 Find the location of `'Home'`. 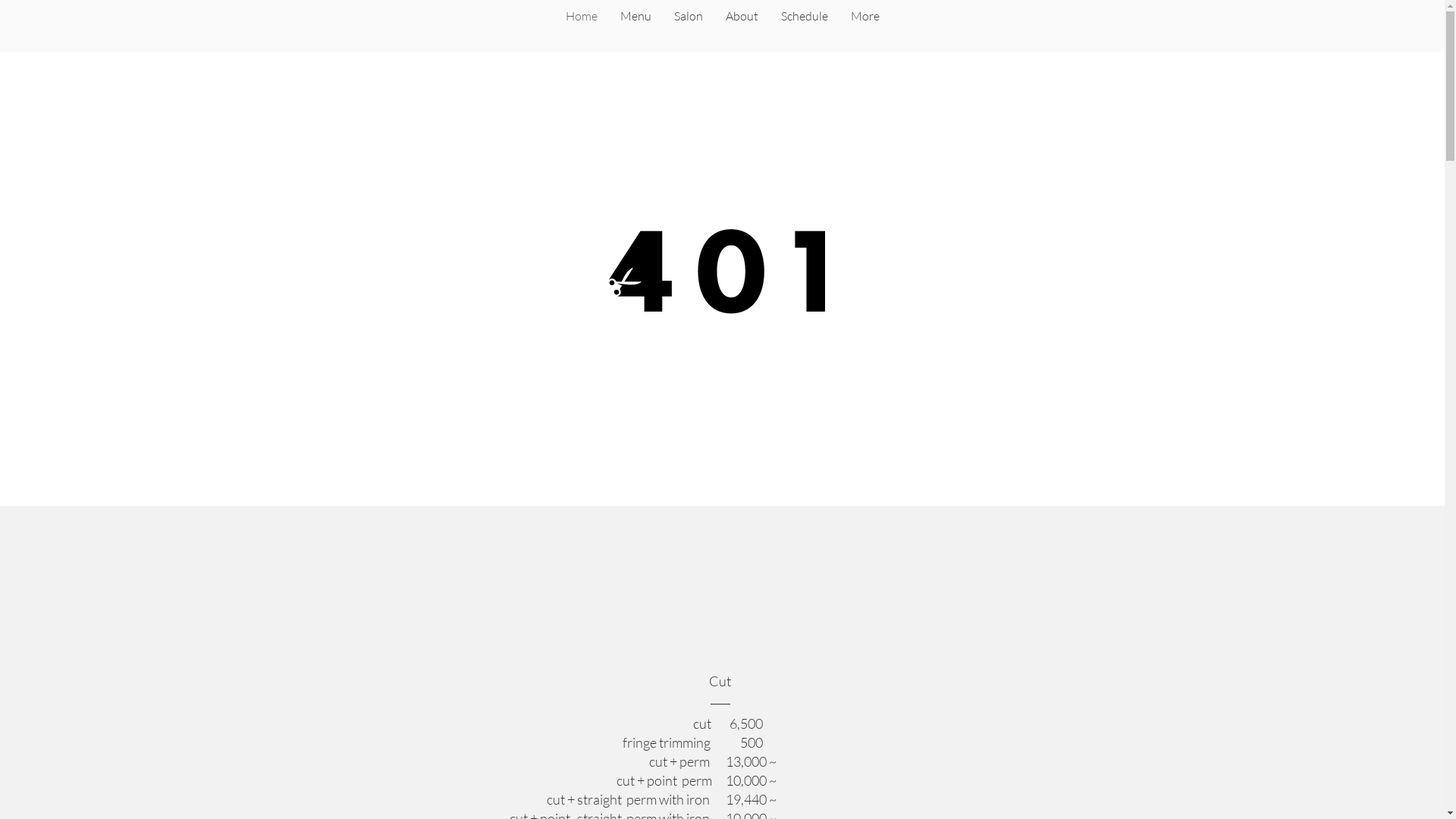

'Home' is located at coordinates (580, 26).